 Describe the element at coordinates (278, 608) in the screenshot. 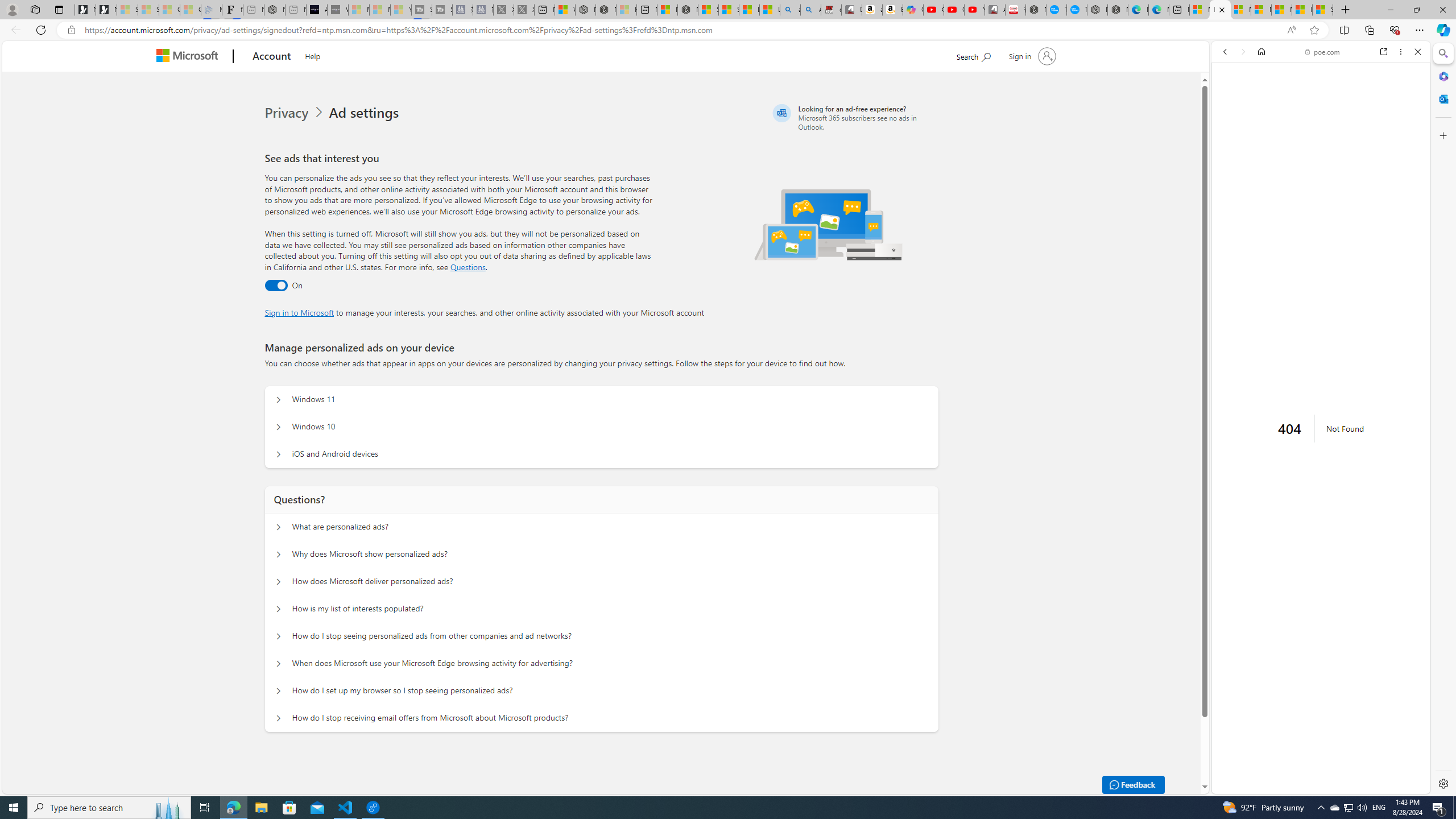

I see `'Questions? How is my list of interests populated?'` at that location.